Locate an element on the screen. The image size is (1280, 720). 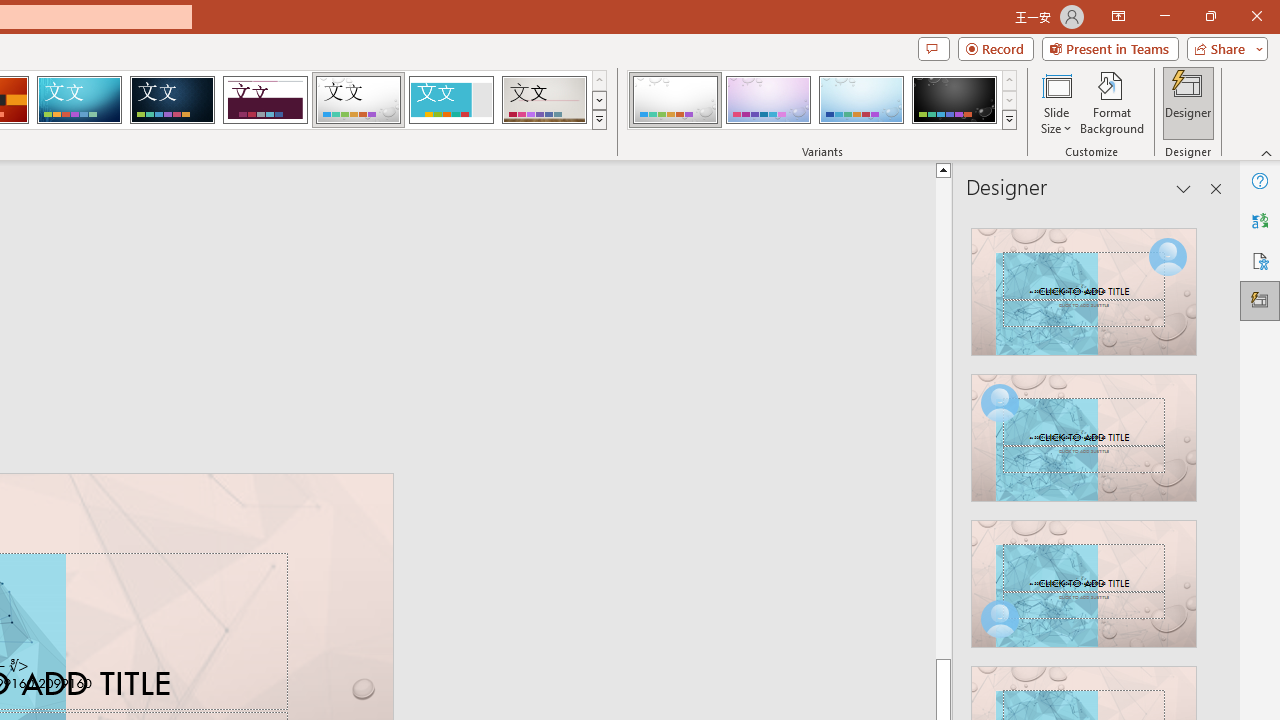
'Droplet Variant 1' is located at coordinates (675, 100).